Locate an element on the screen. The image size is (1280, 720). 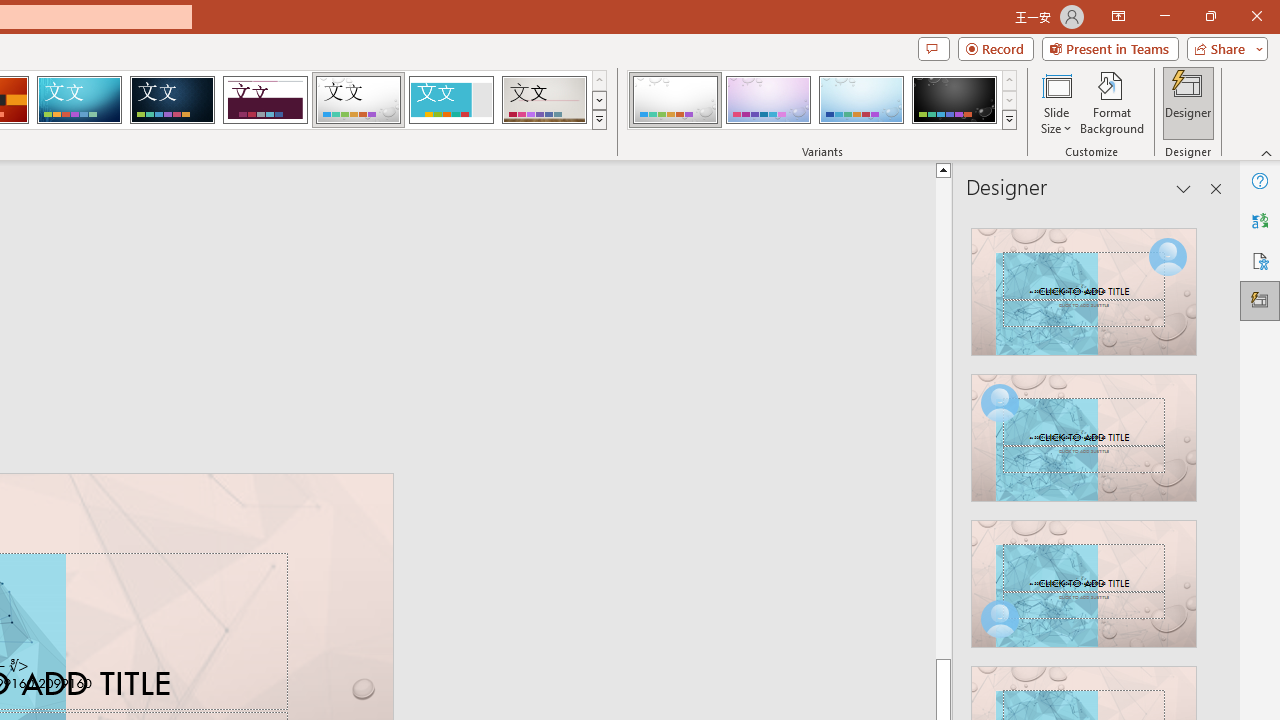
'Droplet Variant 1' is located at coordinates (675, 100).